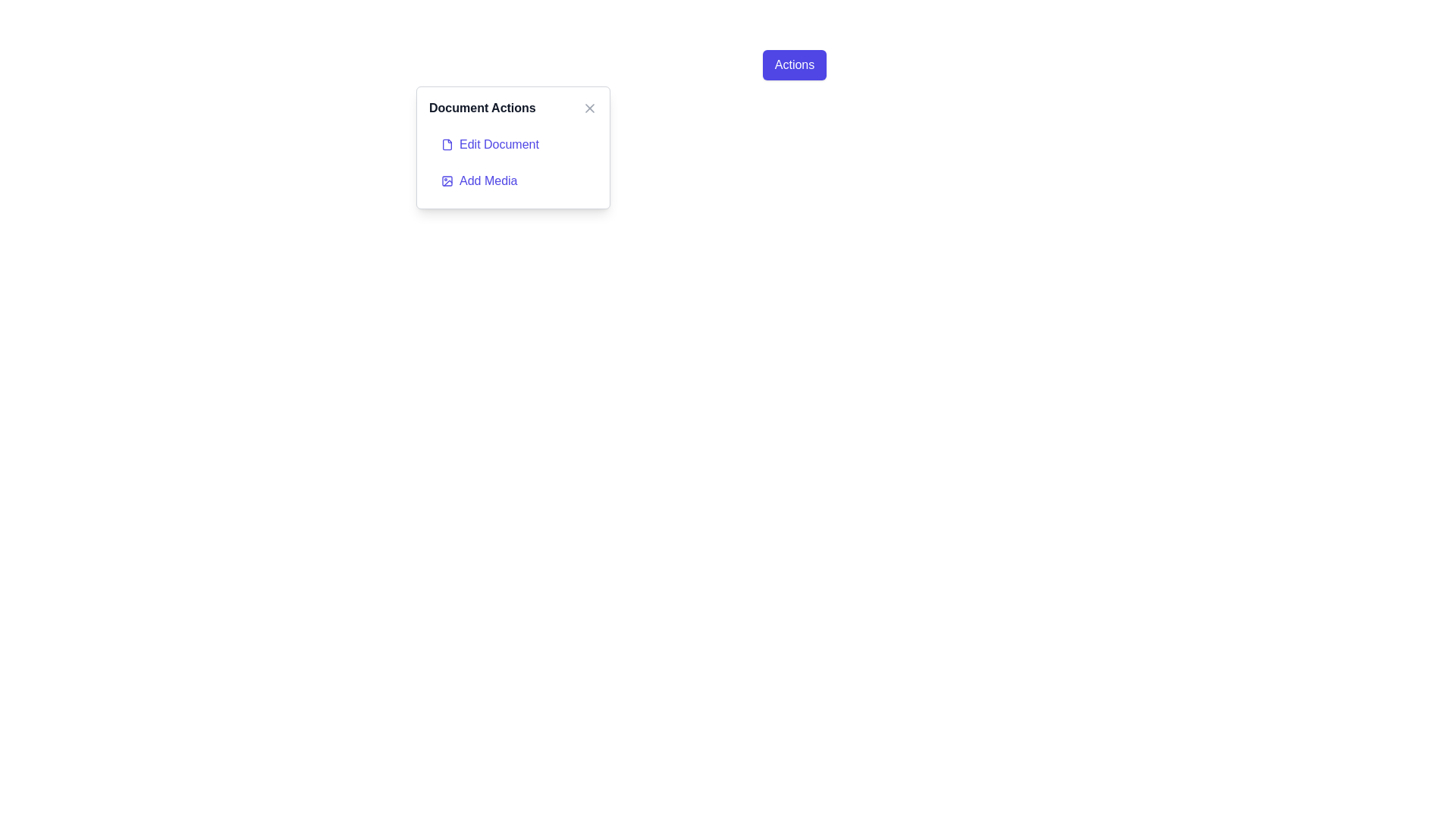  Describe the element at coordinates (513, 107) in the screenshot. I see `title of the header labeled 'Document Actions', which is styled in bold, dark gray font and is located at the top of the dropdown menu panel` at that location.